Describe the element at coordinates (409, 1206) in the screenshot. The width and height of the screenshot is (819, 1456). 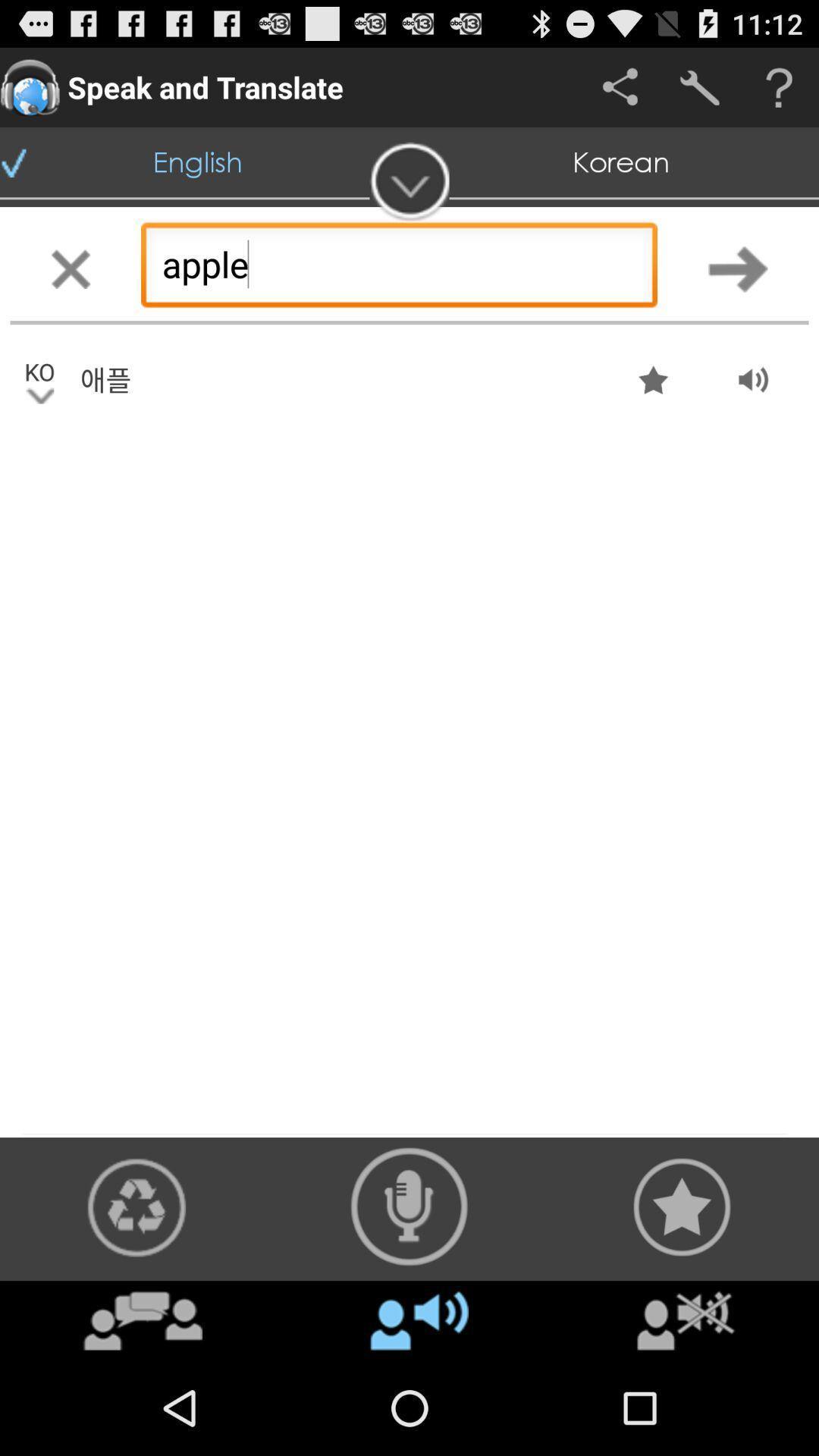
I see `audio recorder button` at that location.